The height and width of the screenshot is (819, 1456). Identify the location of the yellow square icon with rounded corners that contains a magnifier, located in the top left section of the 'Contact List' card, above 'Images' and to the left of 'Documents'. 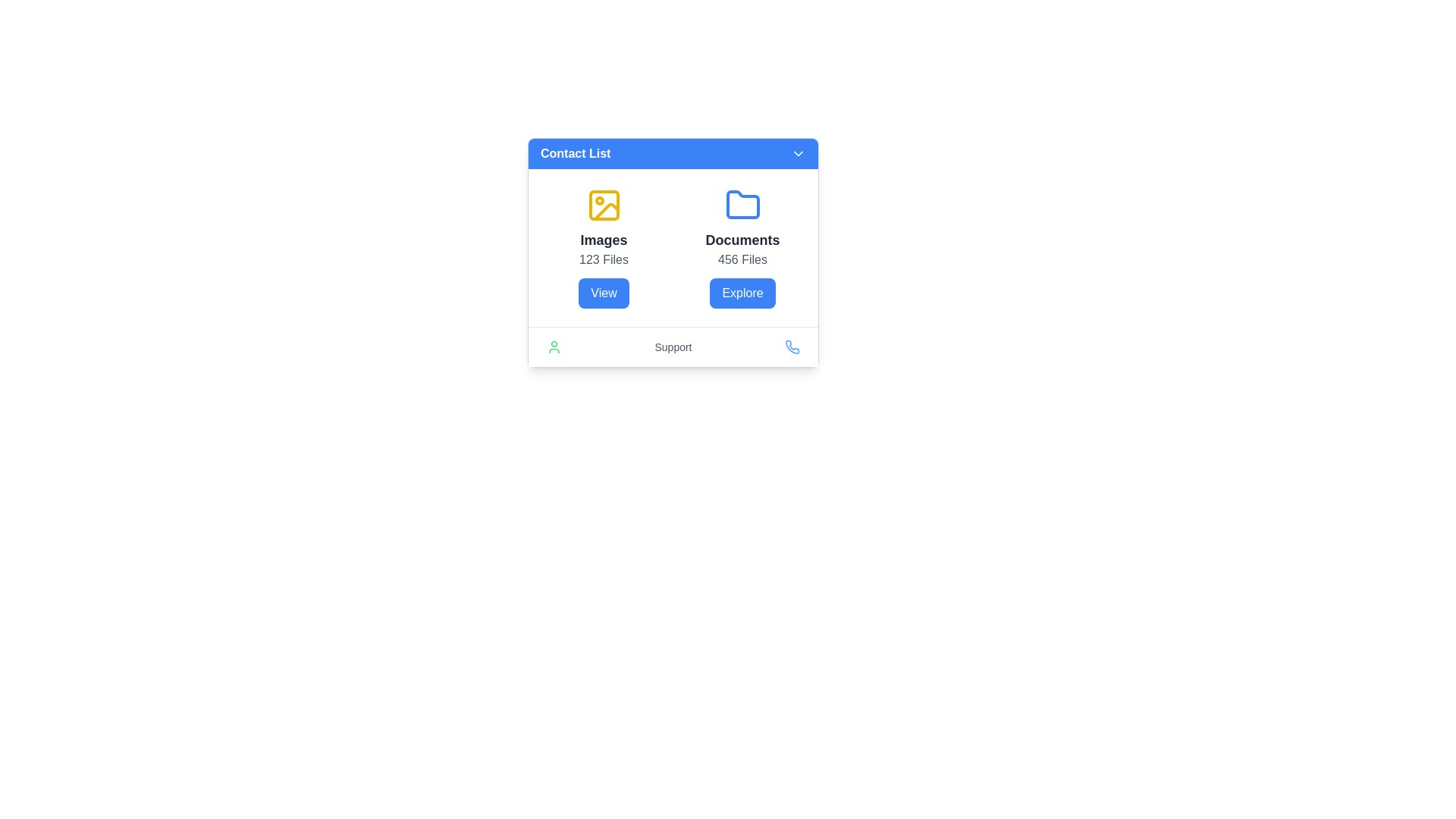
(603, 205).